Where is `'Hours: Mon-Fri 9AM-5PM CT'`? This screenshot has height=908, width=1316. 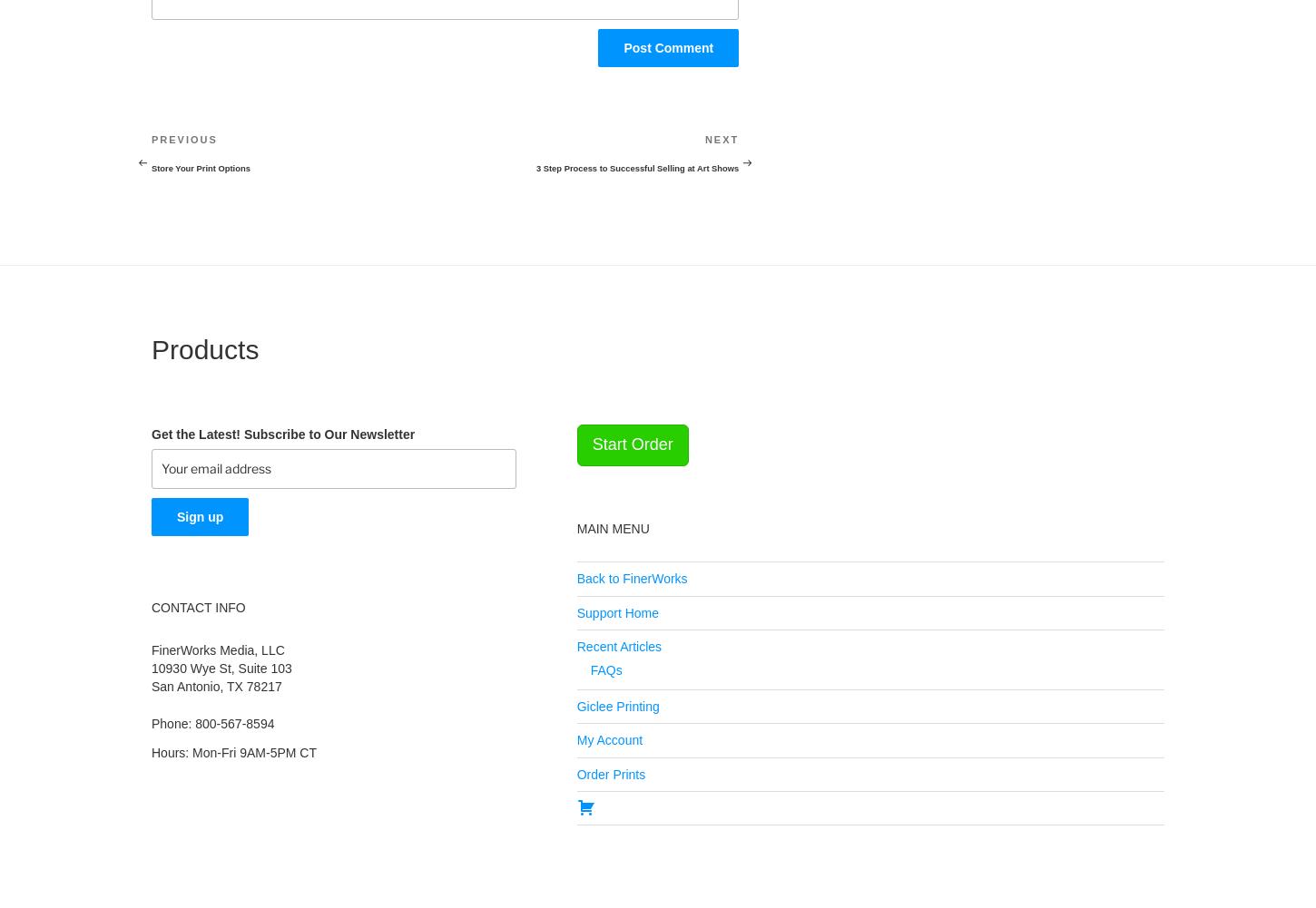 'Hours: Mon-Fri 9AM-5PM CT' is located at coordinates (233, 752).